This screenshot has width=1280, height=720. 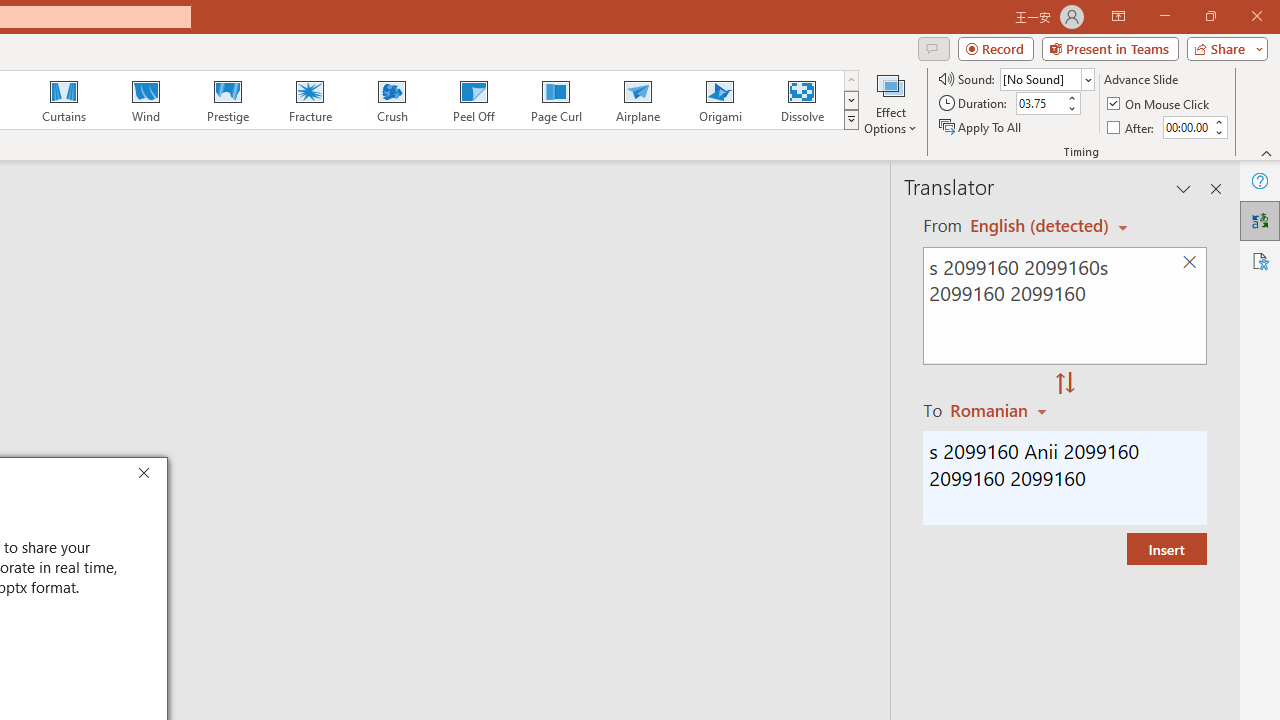 What do you see at coordinates (391, 100) in the screenshot?
I see `'Crush'` at bounding box center [391, 100].